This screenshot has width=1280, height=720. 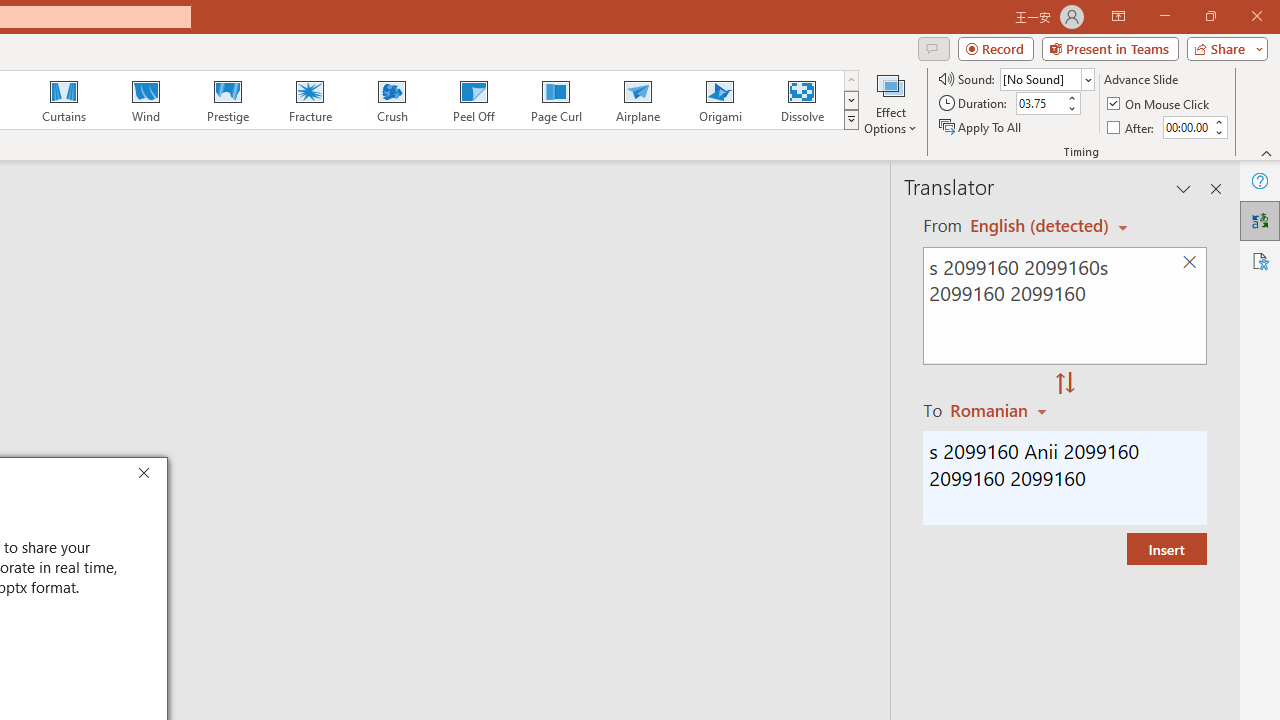 What do you see at coordinates (391, 100) in the screenshot?
I see `'Crush'` at bounding box center [391, 100].